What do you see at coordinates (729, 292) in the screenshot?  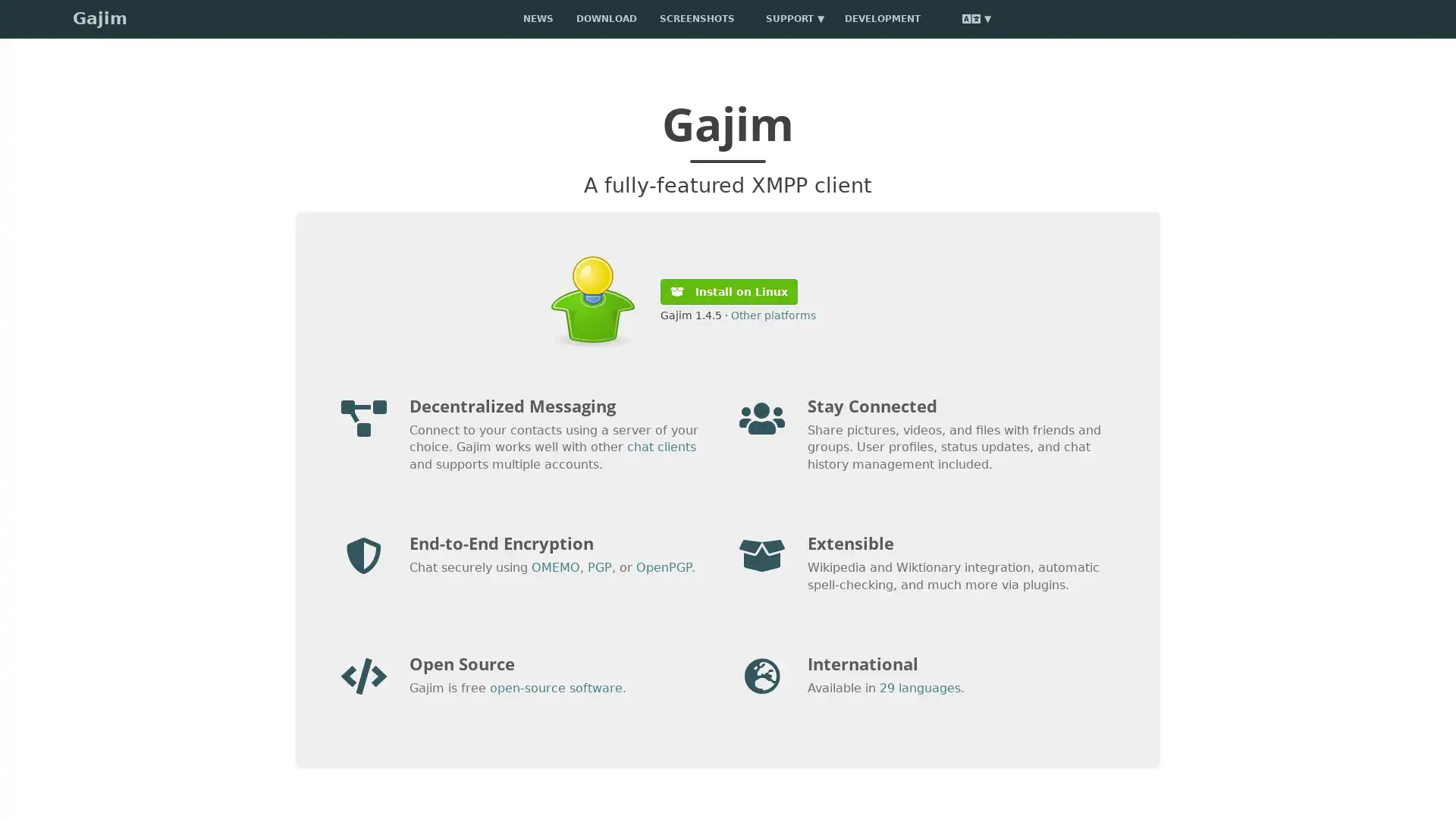 I see `Install on Linux` at bounding box center [729, 292].